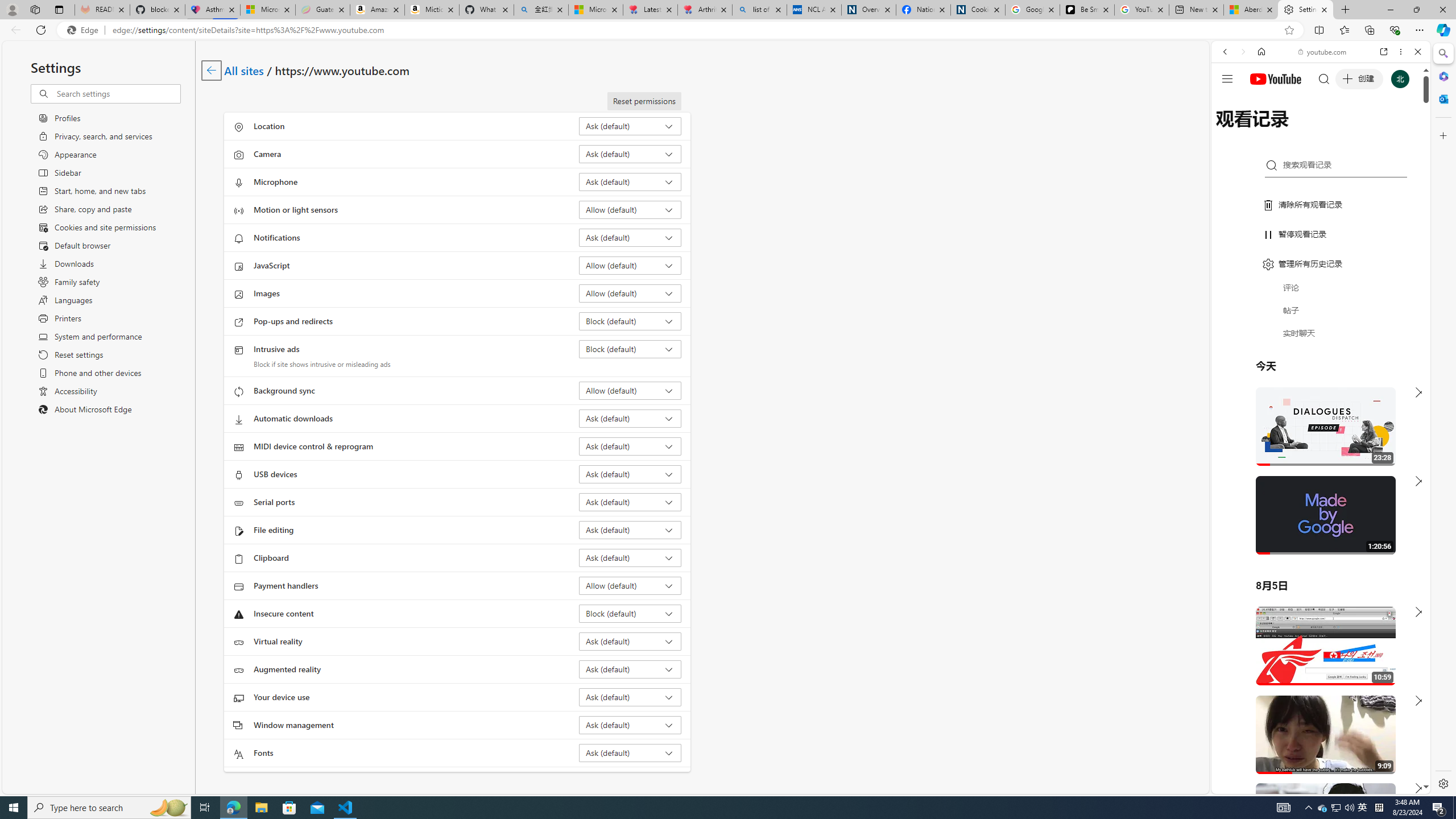 The image size is (1456, 819). Describe the element at coordinates (644, 100) in the screenshot. I see `'Reset permissions'` at that location.